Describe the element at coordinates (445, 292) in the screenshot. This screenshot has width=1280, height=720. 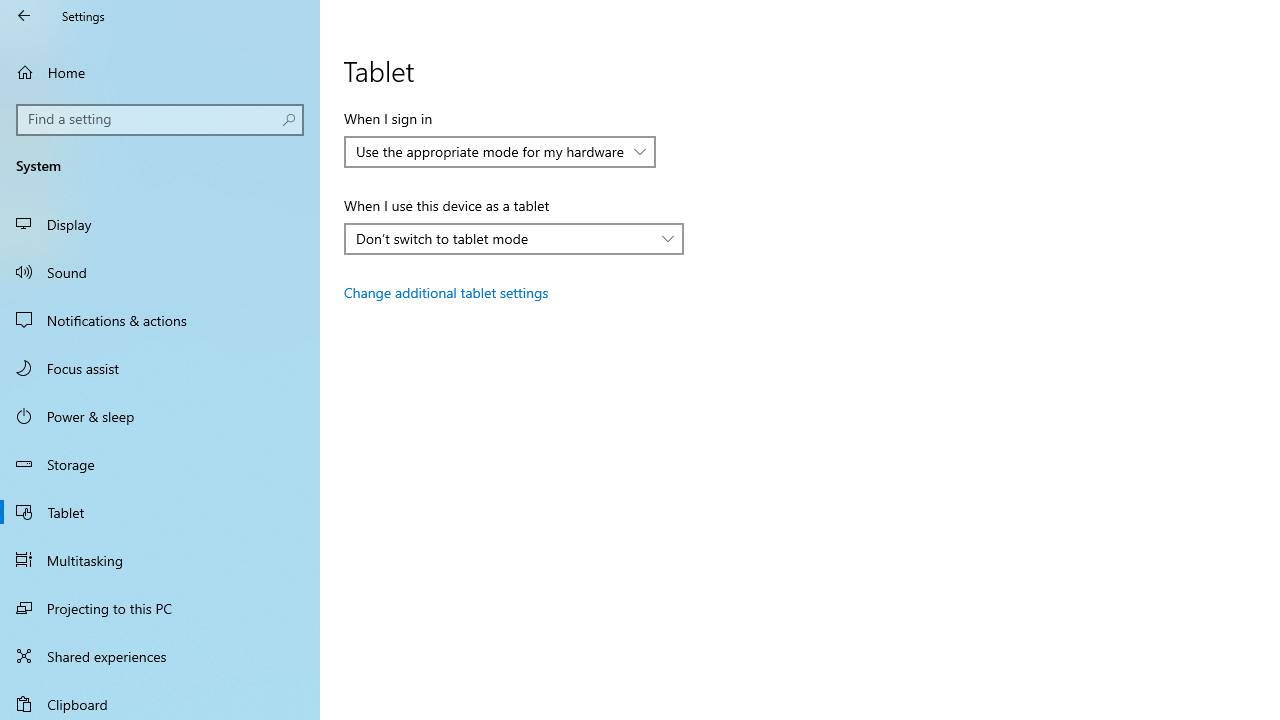
I see `'Change additional tablet settings'` at that location.